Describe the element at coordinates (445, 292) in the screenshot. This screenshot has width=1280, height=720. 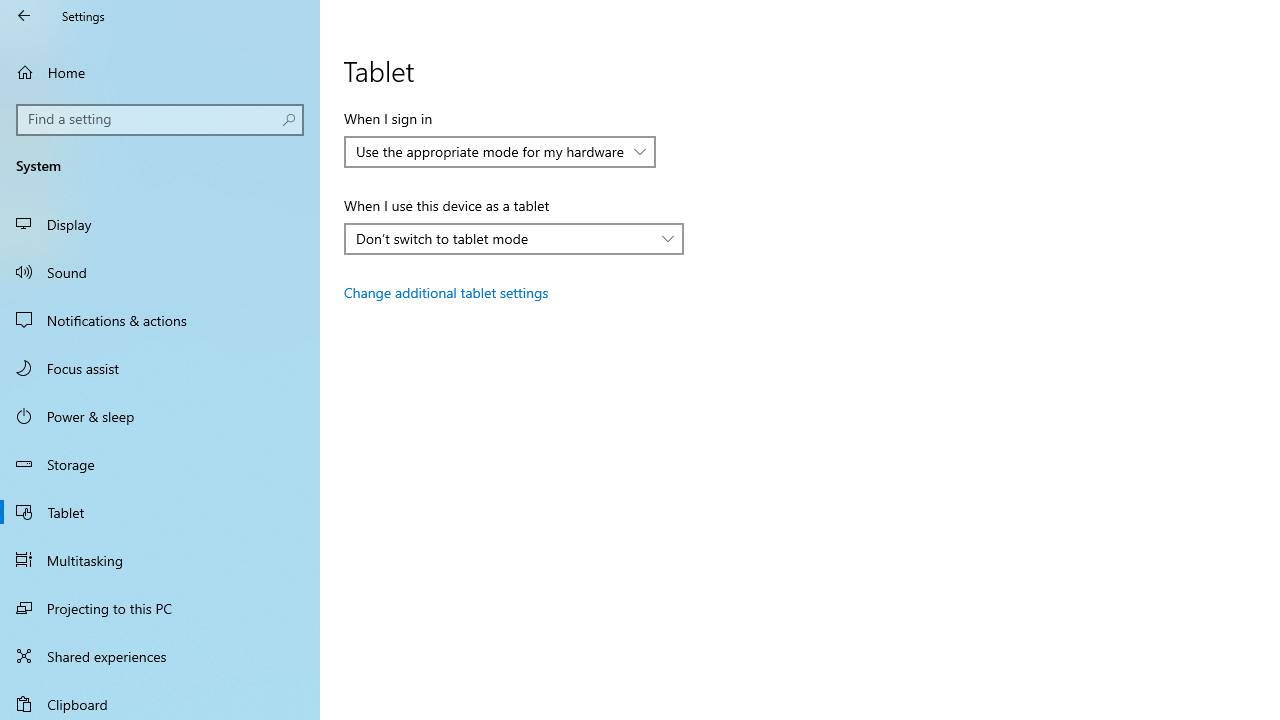
I see `'Change additional tablet settings'` at that location.